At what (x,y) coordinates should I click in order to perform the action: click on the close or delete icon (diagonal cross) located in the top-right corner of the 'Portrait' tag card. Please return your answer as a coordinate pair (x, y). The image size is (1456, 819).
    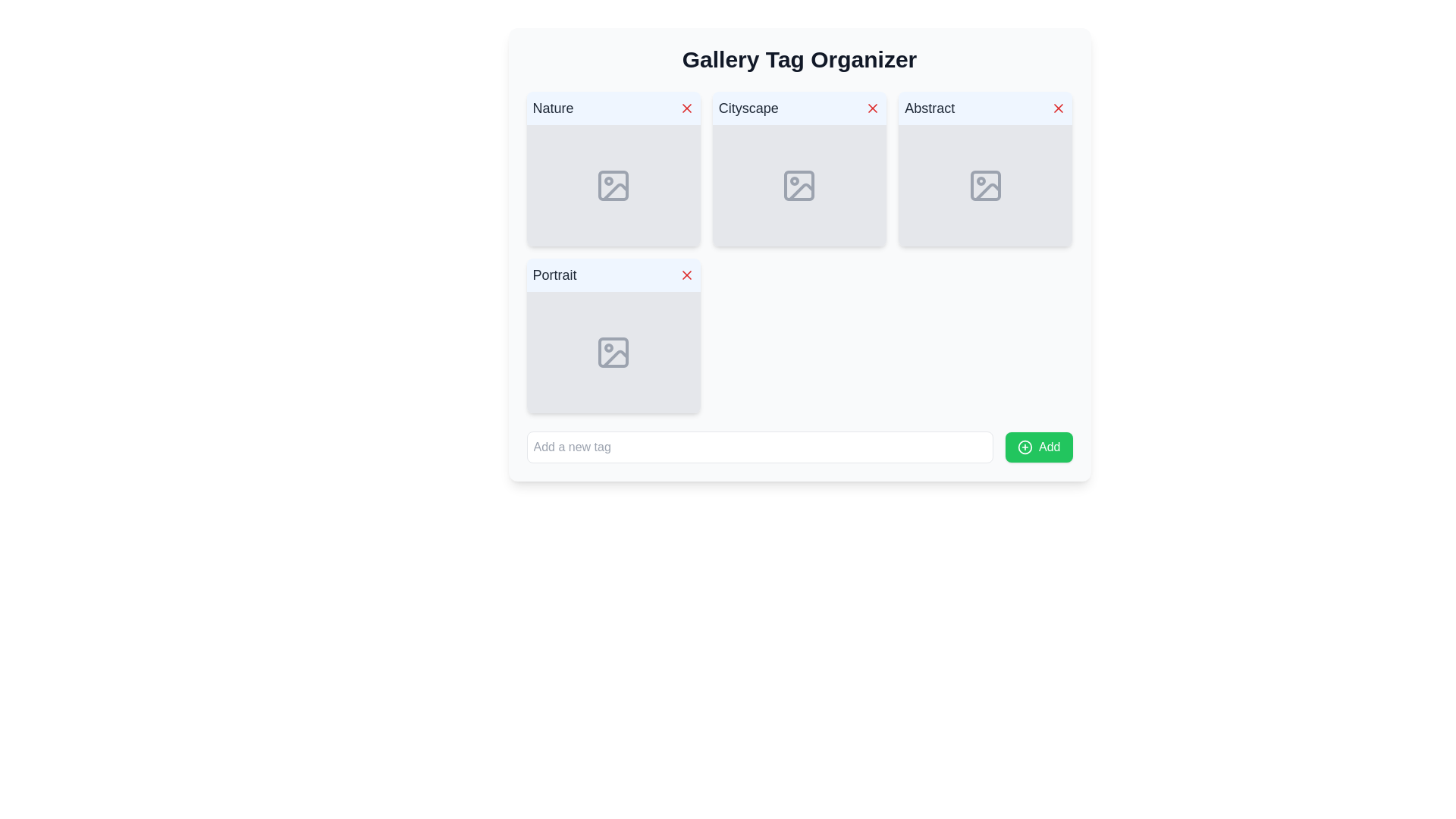
    Looking at the image, I should click on (686, 275).